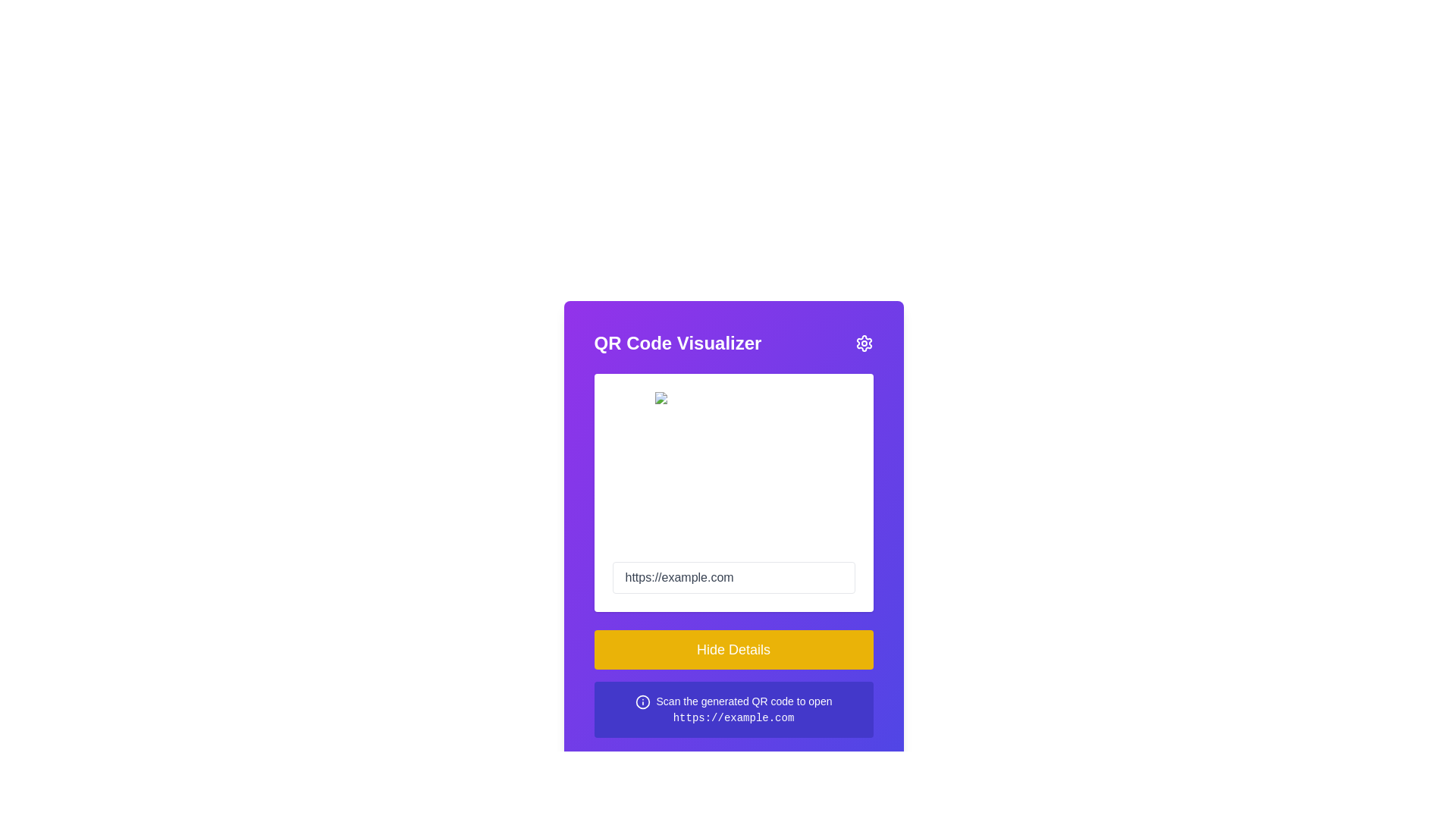  What do you see at coordinates (642, 702) in the screenshot?
I see `the primary circular SVG graphic element located in the upper right corner of the QR Code Visualizer interface` at bounding box center [642, 702].